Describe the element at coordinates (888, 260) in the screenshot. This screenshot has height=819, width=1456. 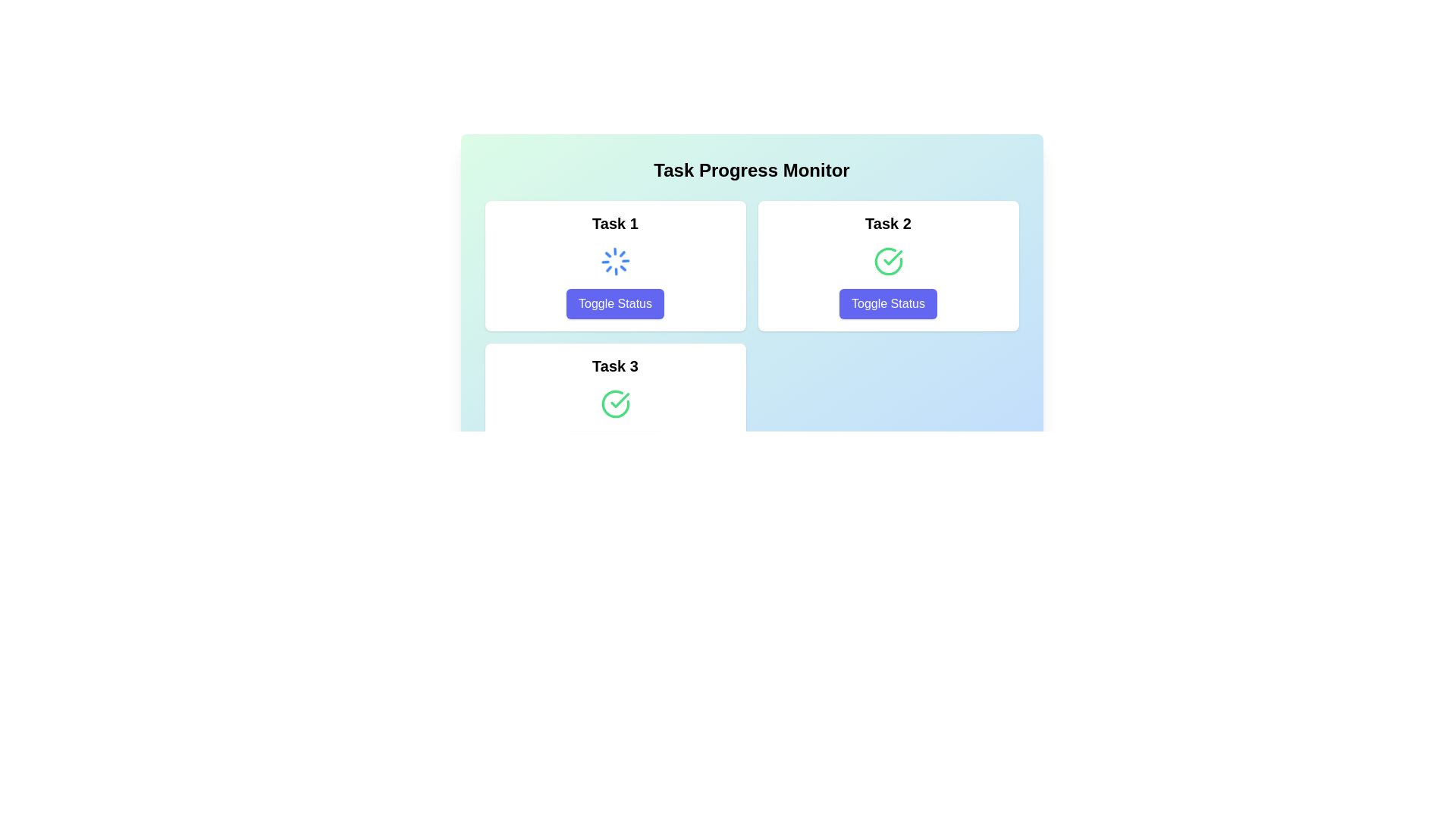
I see `the green circular icon with a checkmark inside` at that location.